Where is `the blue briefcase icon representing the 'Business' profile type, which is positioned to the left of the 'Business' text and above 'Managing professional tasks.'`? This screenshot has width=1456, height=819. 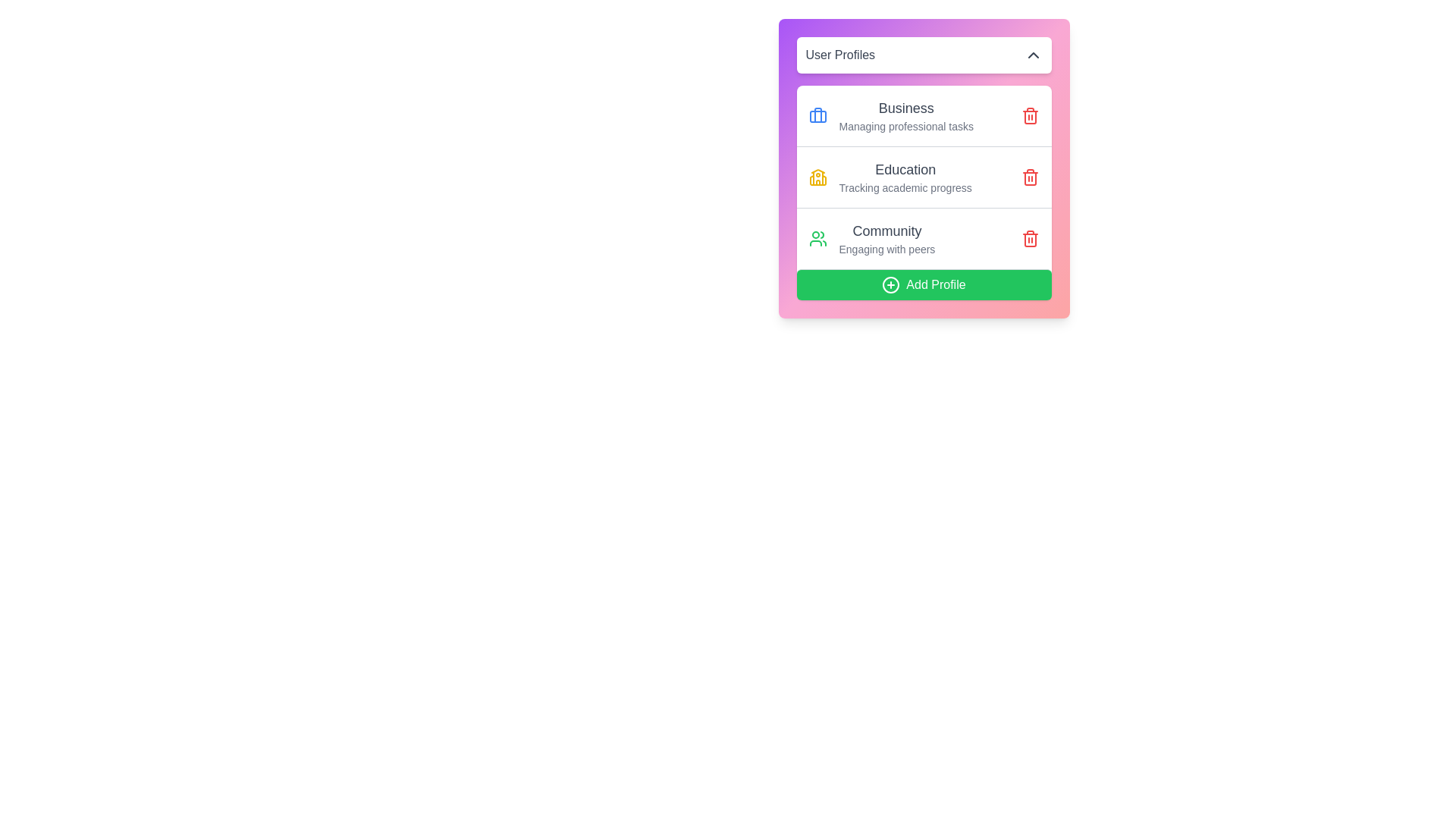
the blue briefcase icon representing the 'Business' profile type, which is positioned to the left of the 'Business' text and above 'Managing professional tasks.' is located at coordinates (817, 115).